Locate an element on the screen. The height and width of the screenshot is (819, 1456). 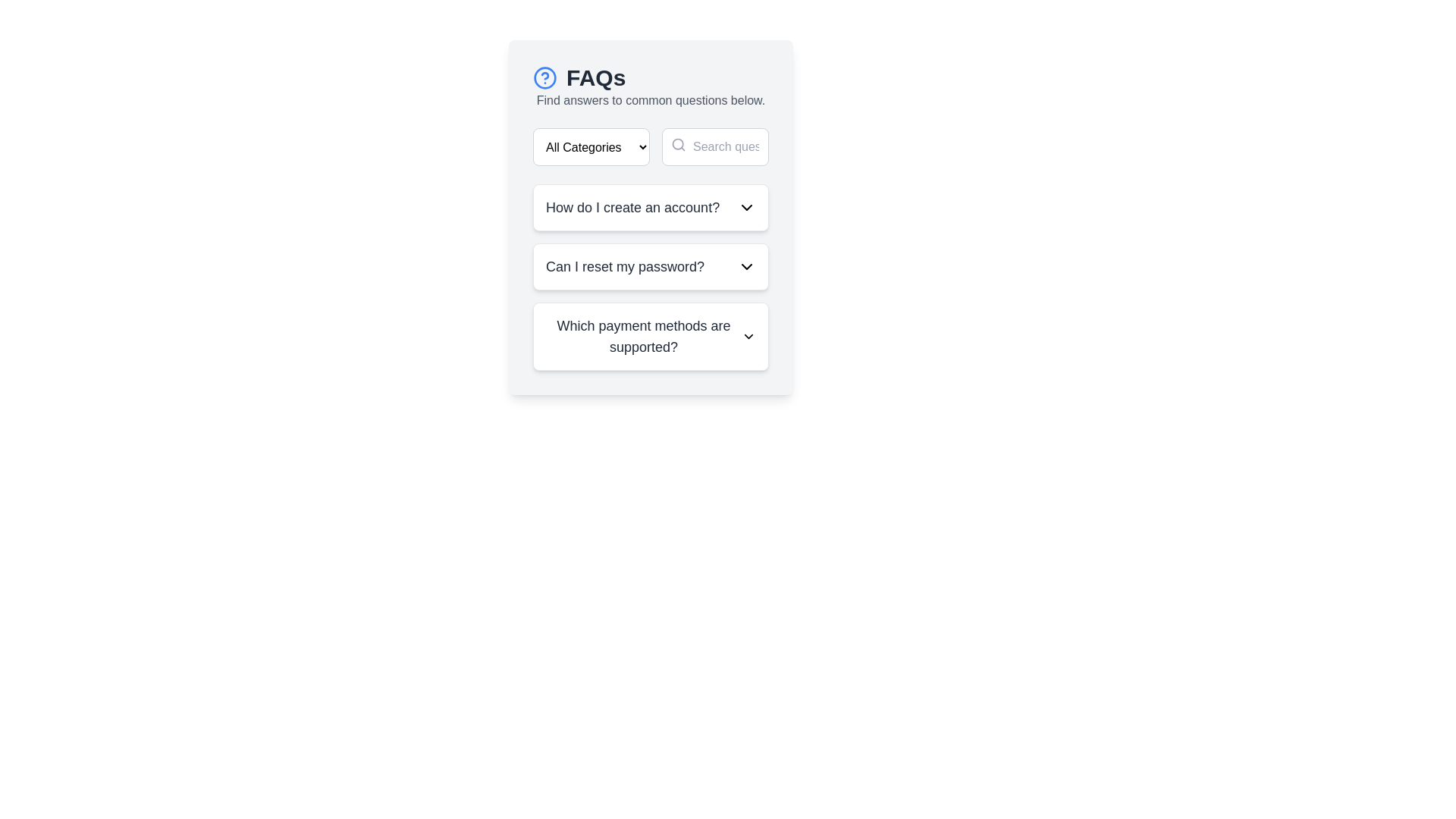
the supportive static text located directly below the 'FAQs' heading in the FAQ section is located at coordinates (651, 100).